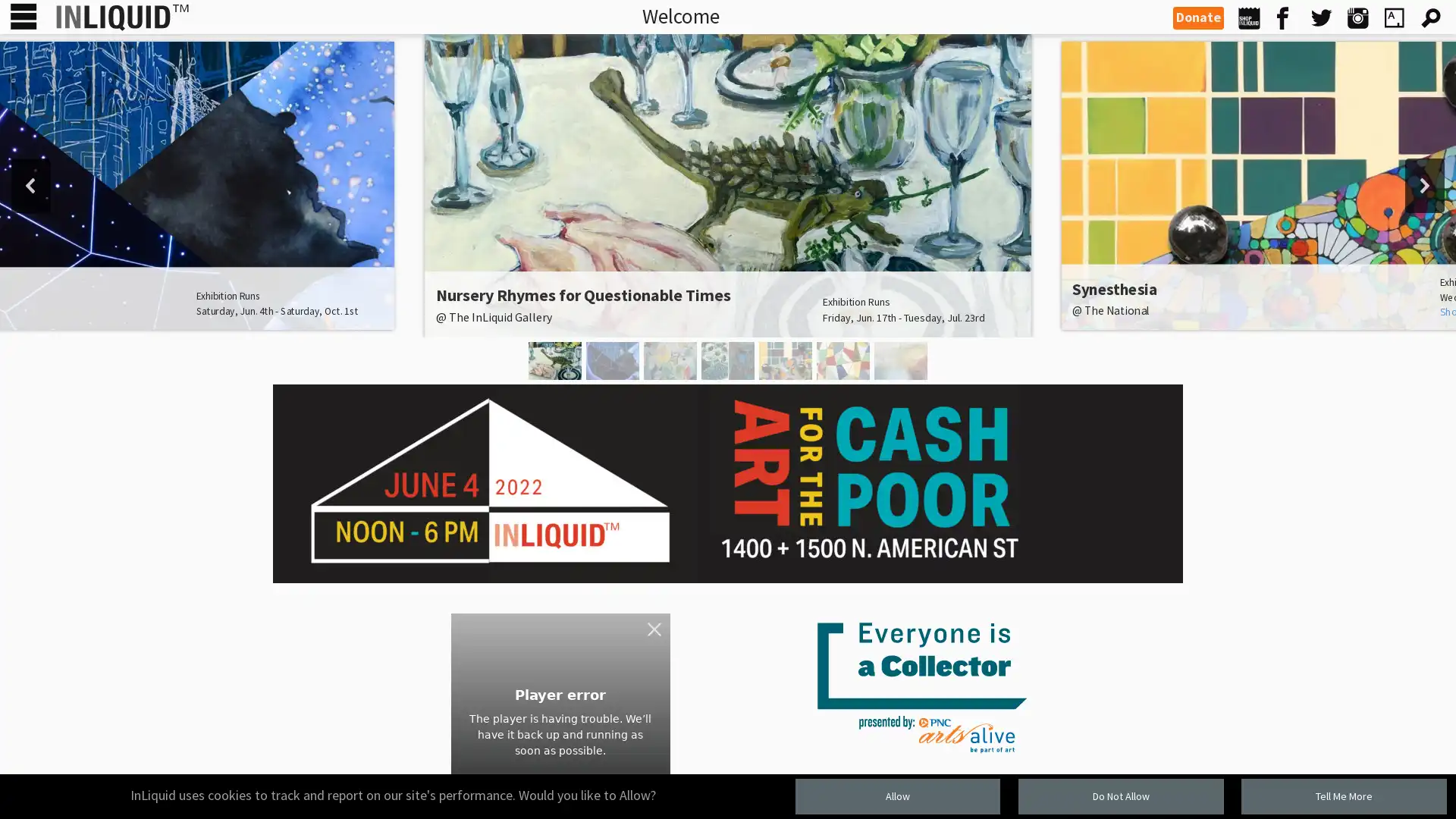 The image size is (1456, 819). I want to click on previous arrow, so click(31, 185).